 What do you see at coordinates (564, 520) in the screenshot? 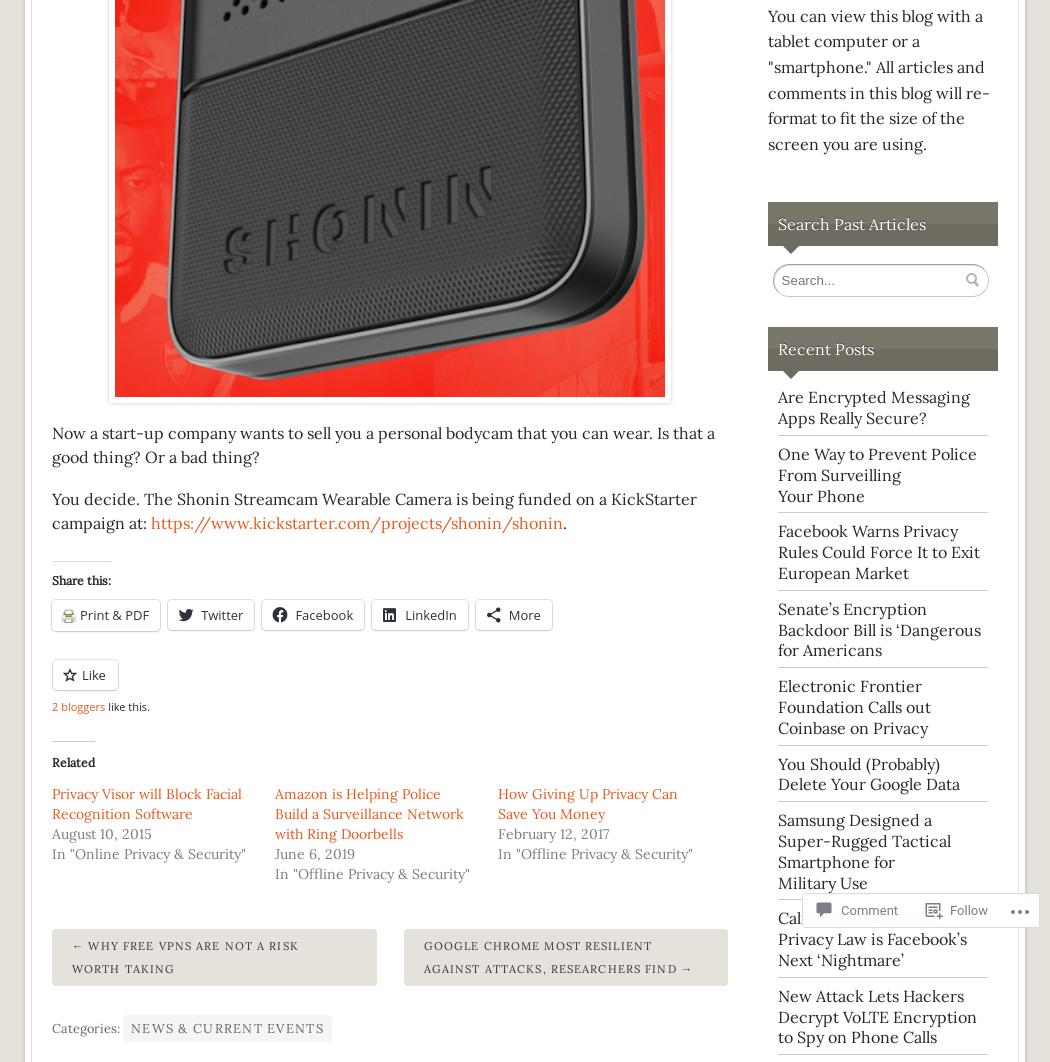
I see `'.'` at bounding box center [564, 520].